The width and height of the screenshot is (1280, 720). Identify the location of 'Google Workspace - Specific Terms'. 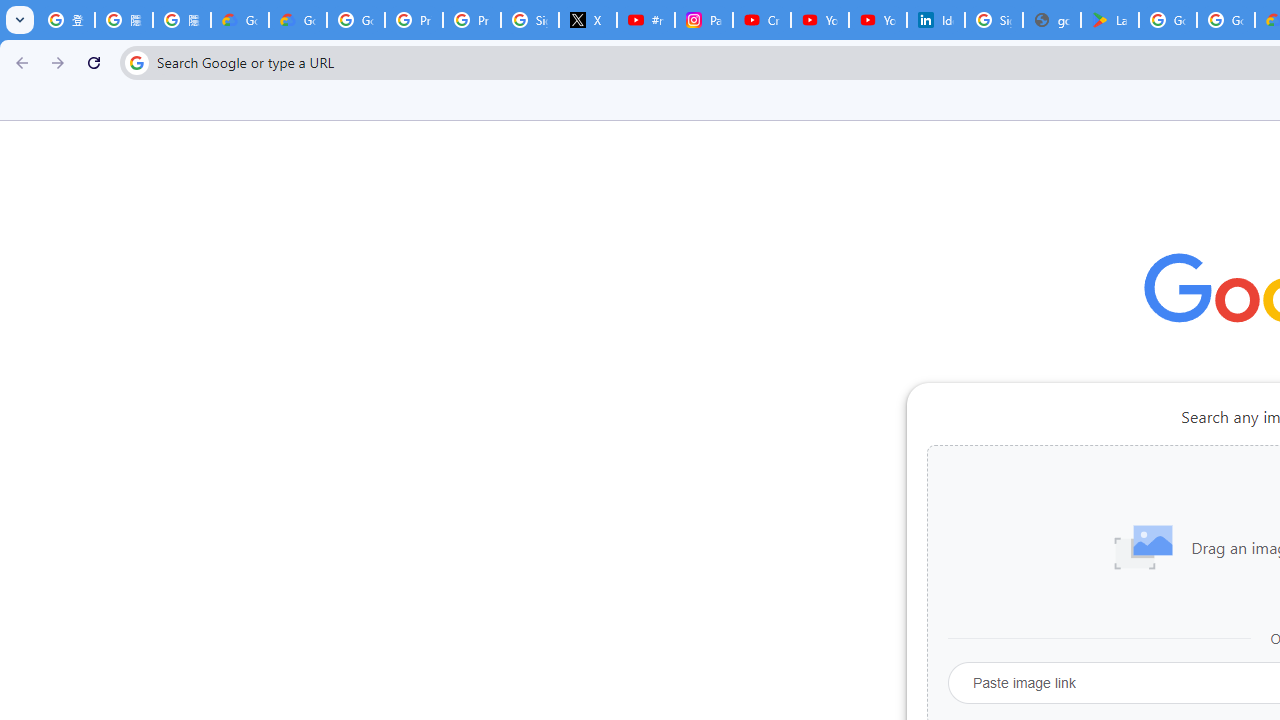
(1225, 20).